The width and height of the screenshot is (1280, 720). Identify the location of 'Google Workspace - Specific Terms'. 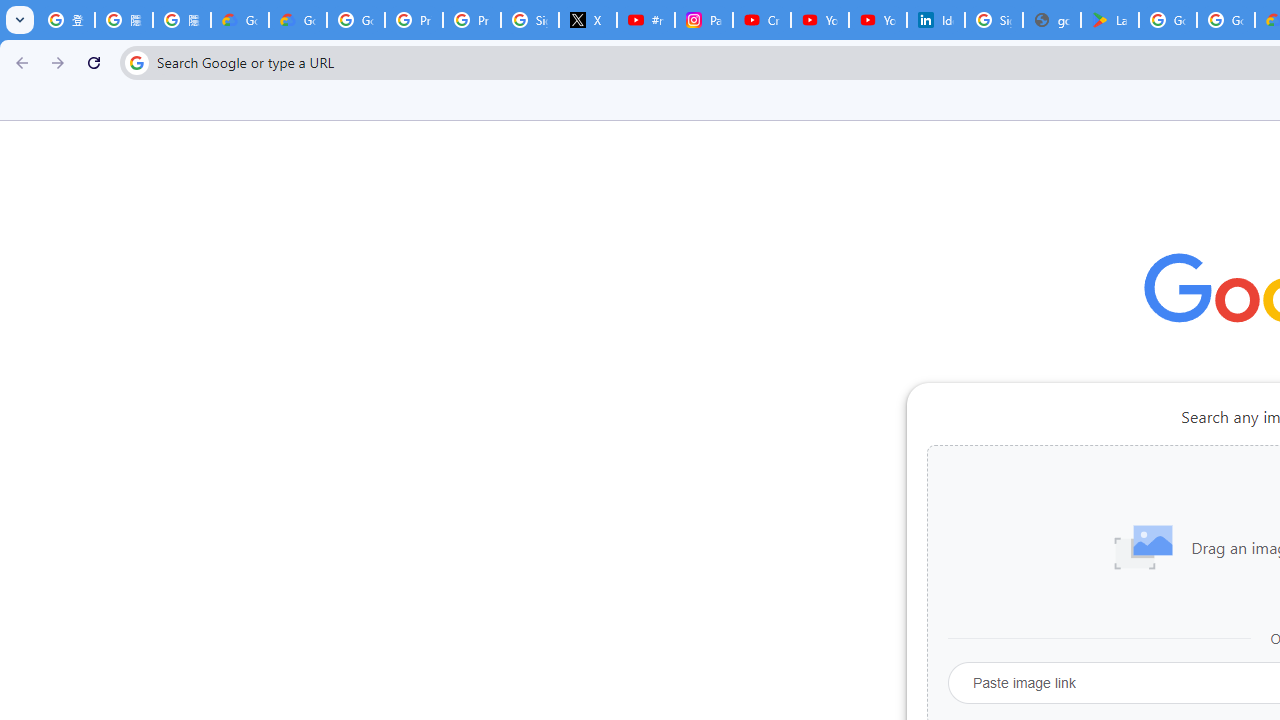
(1225, 20).